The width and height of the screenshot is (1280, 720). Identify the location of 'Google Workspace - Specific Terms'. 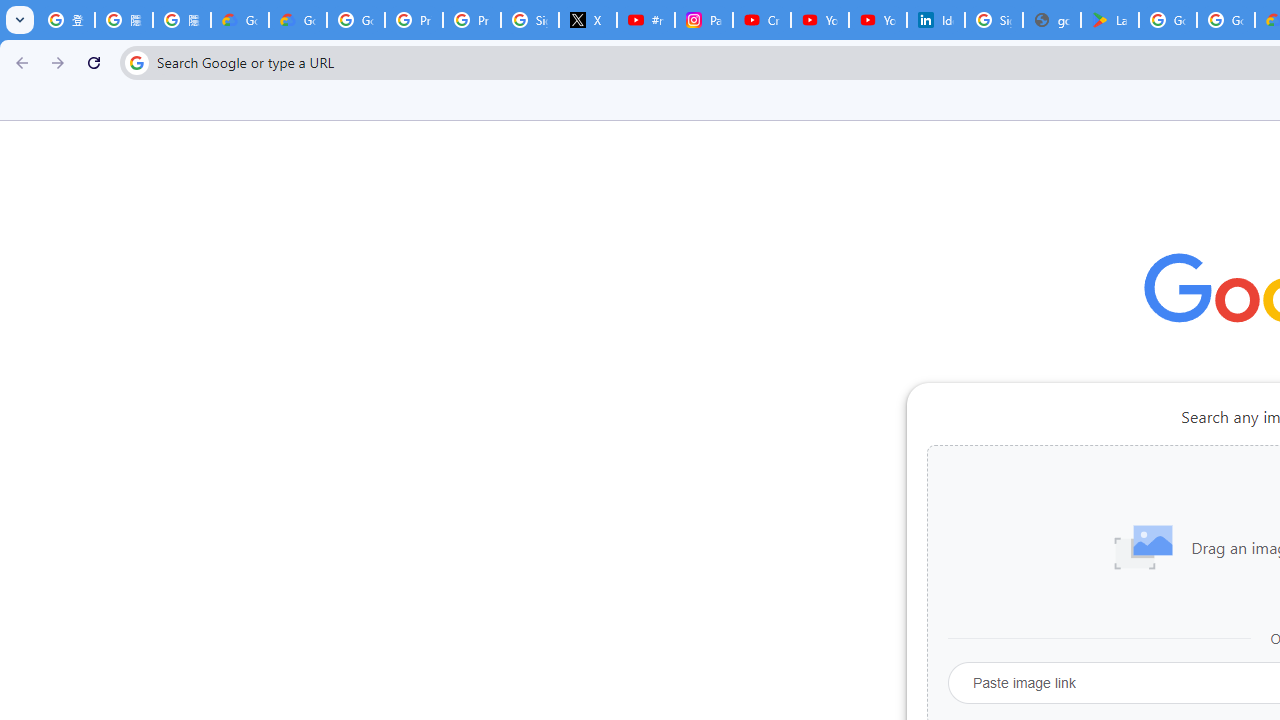
(1225, 20).